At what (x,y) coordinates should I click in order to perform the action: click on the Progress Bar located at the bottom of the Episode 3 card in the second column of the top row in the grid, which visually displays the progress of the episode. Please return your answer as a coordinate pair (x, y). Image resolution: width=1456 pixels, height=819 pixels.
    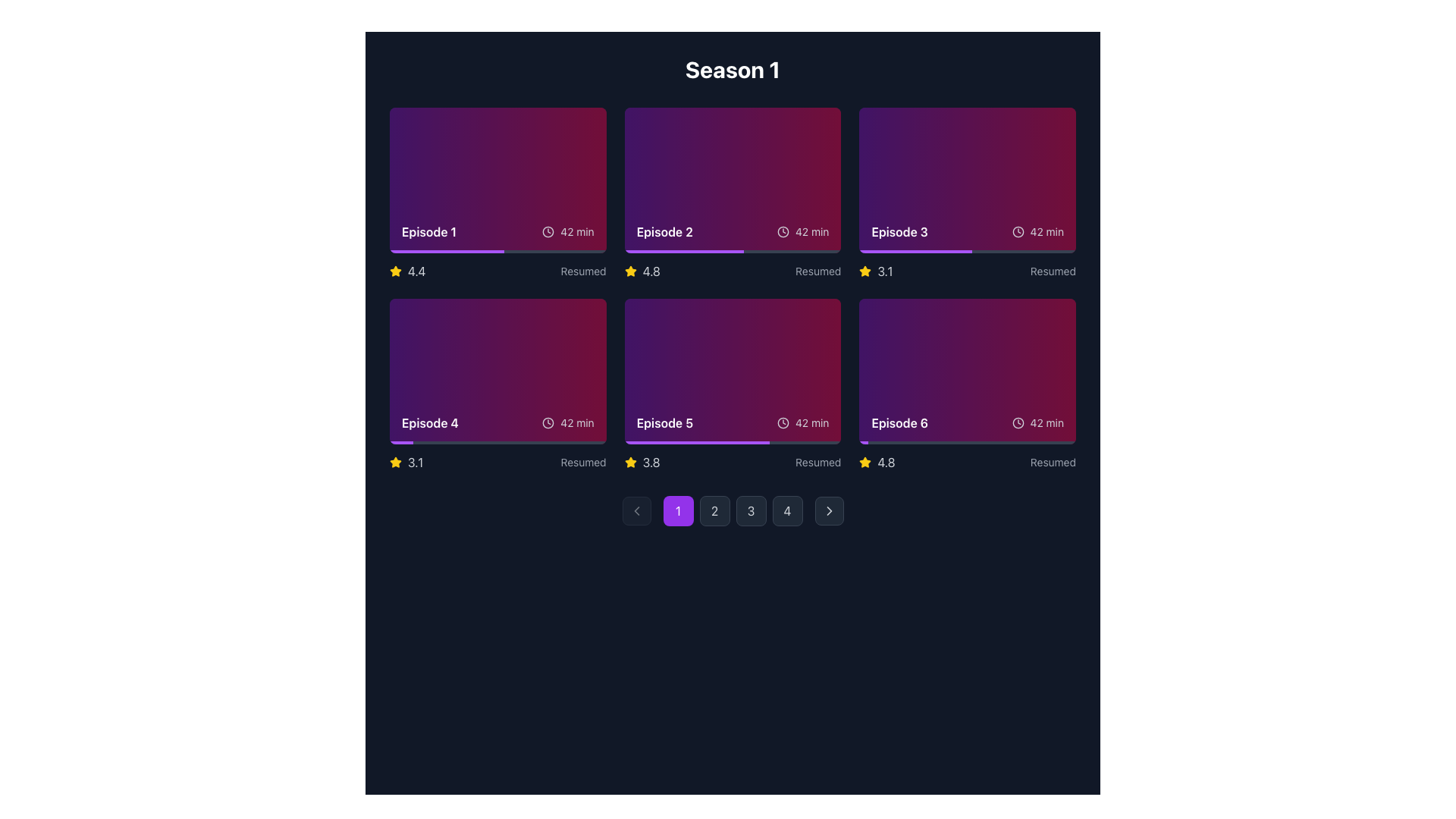
    Looking at the image, I should click on (967, 250).